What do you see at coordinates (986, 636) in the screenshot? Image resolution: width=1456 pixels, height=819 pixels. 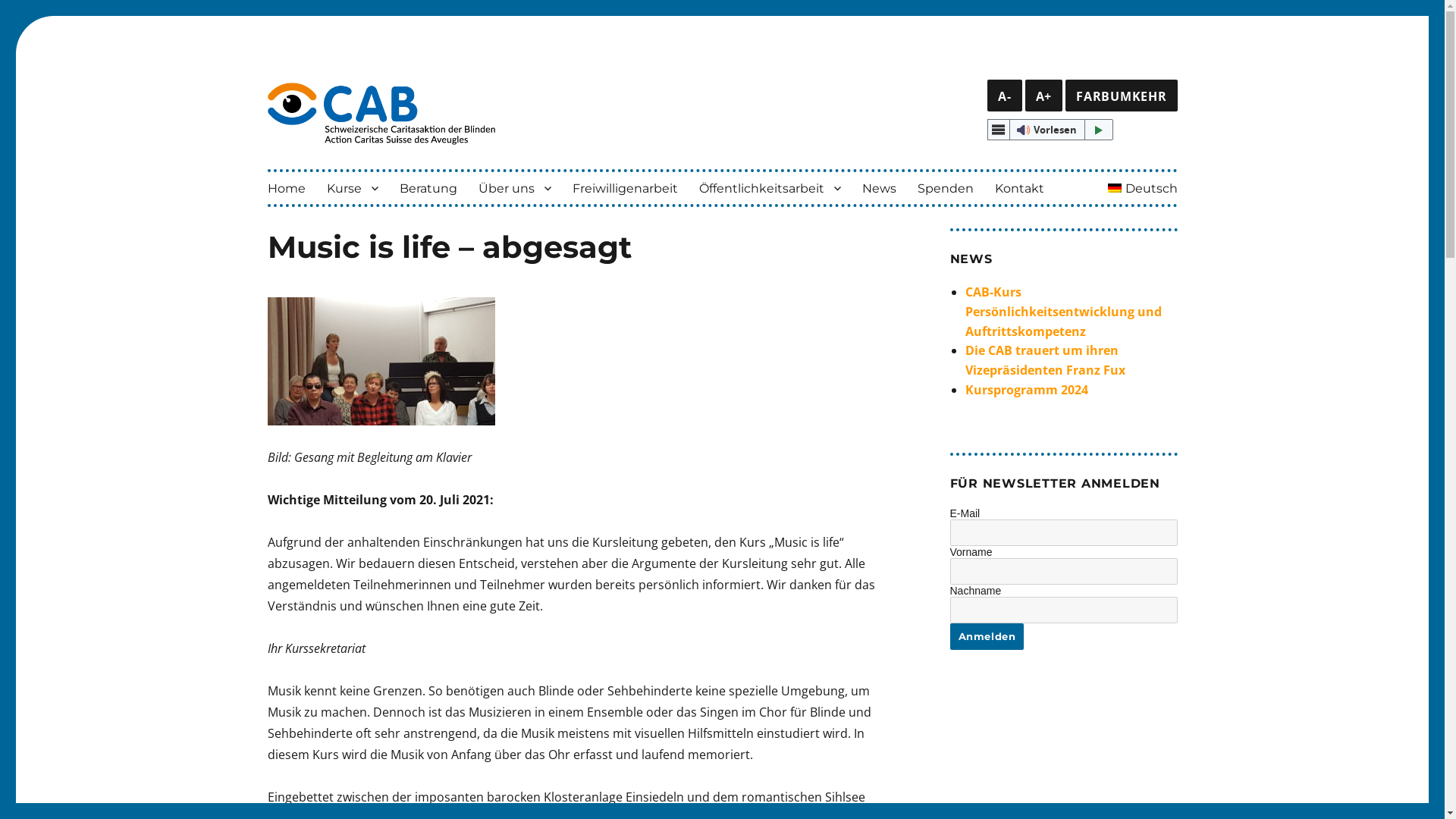 I see `'Anmelden'` at bounding box center [986, 636].